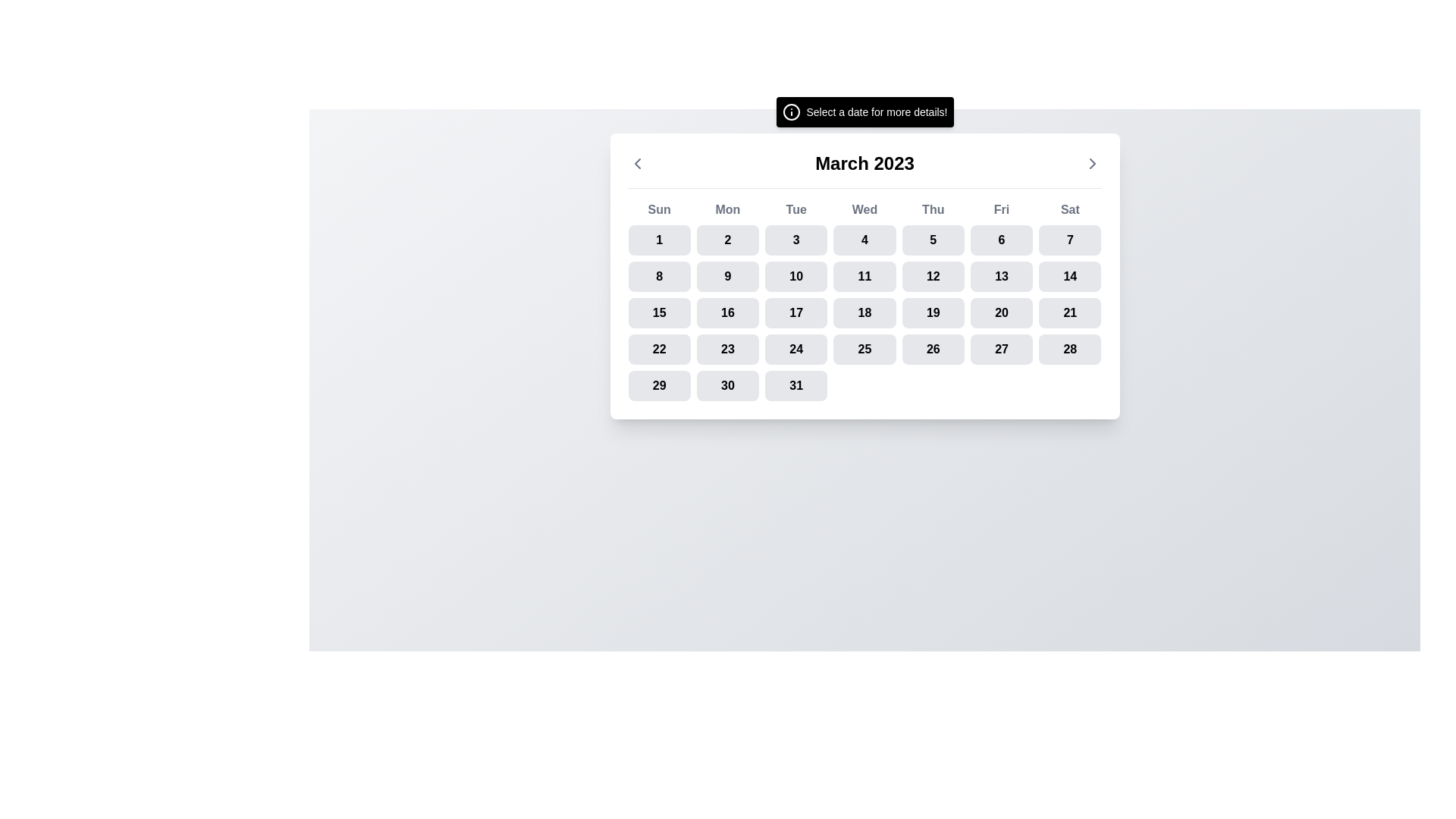  Describe the element at coordinates (795, 312) in the screenshot. I see `the rounded rectangular button labeled '17' in bold black text, located in the fifth row and third column of the calendar grid layout for navigation` at that location.